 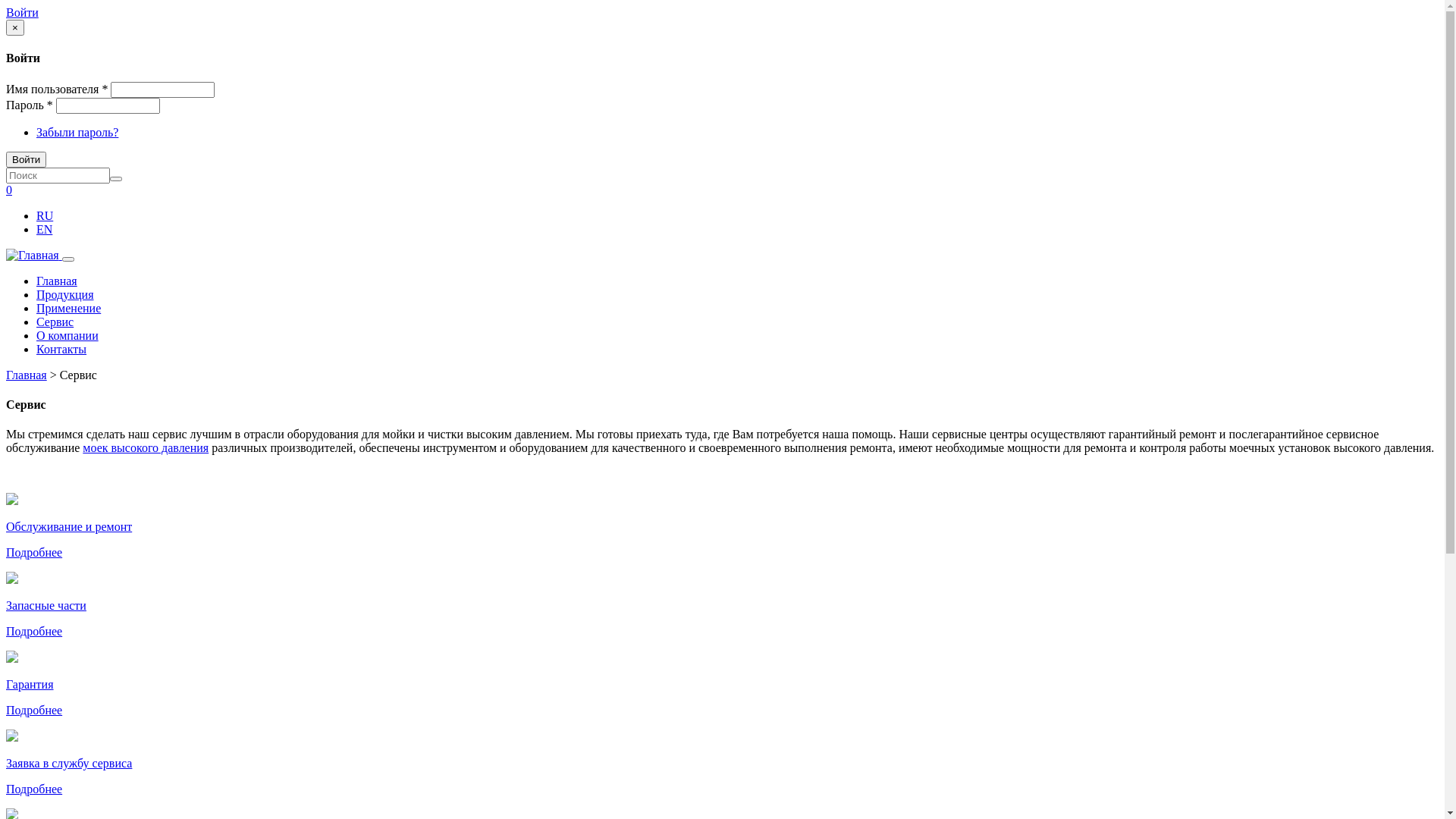 What do you see at coordinates (9, 189) in the screenshot?
I see `'0'` at bounding box center [9, 189].